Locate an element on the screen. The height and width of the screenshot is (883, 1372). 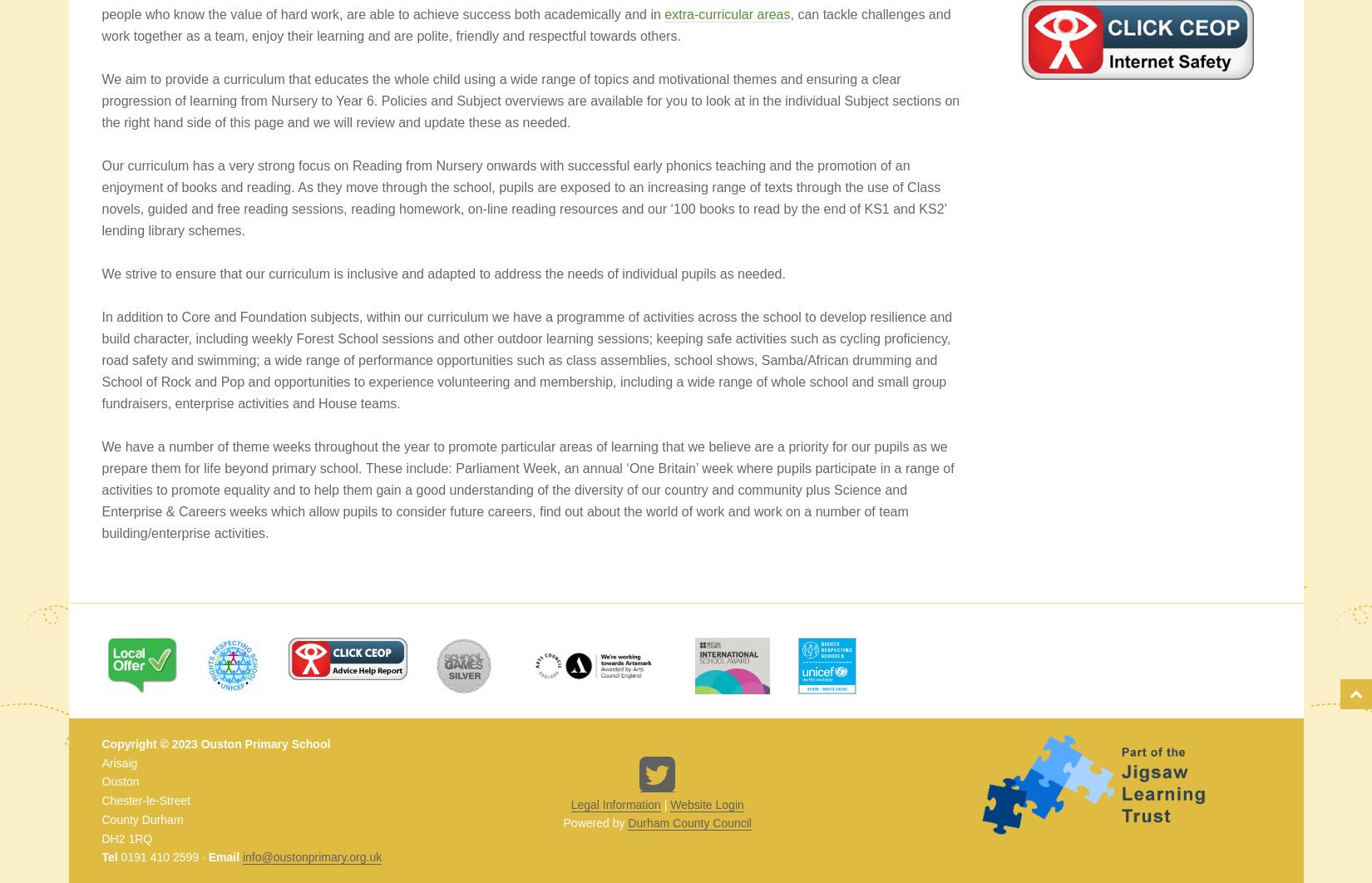
'info@oustonprimary.org.uk' is located at coordinates (312, 856).